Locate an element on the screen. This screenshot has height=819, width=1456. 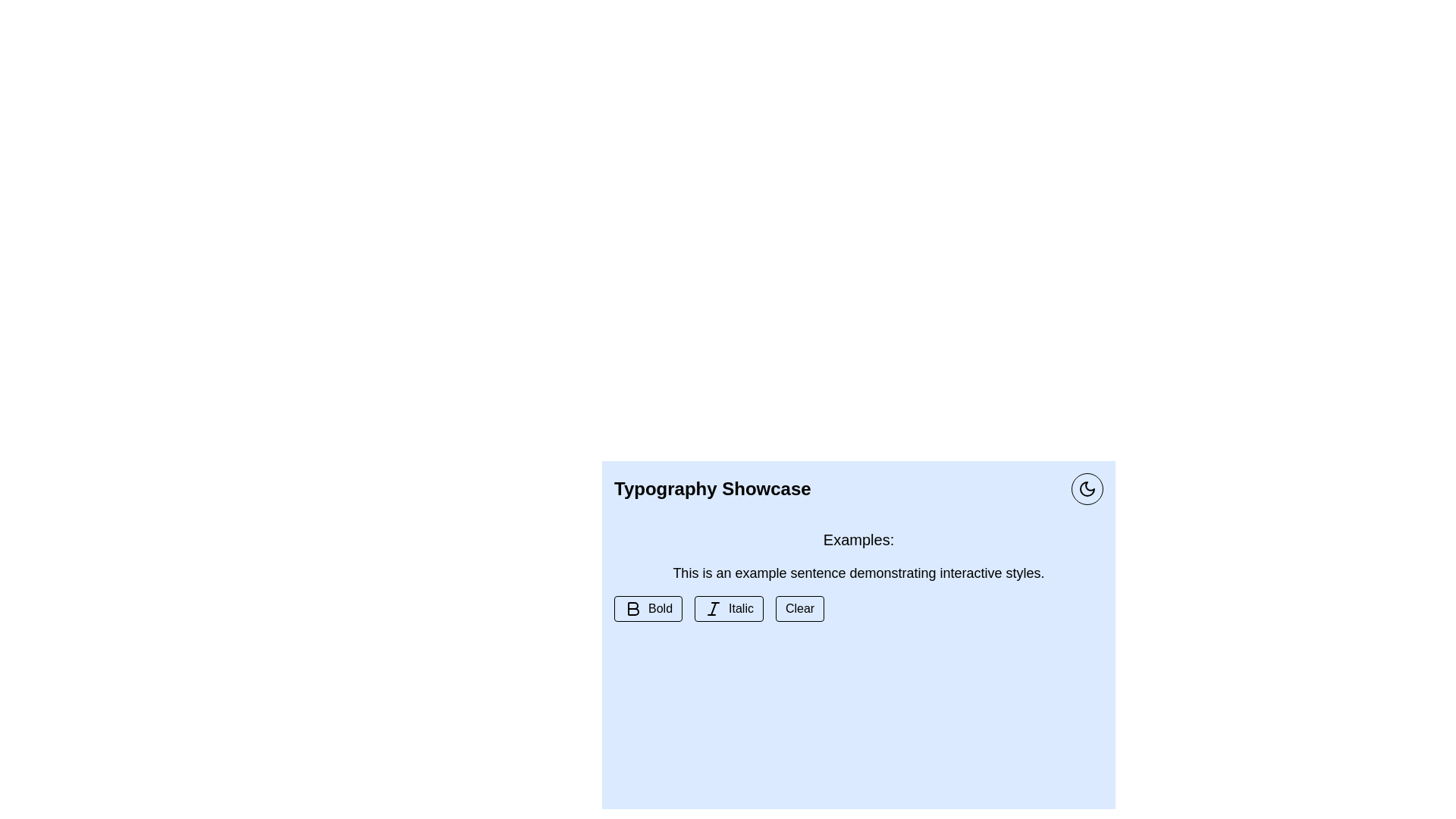
the Text Label at the top of the content section to trigger any potential tooltip is located at coordinates (858, 539).